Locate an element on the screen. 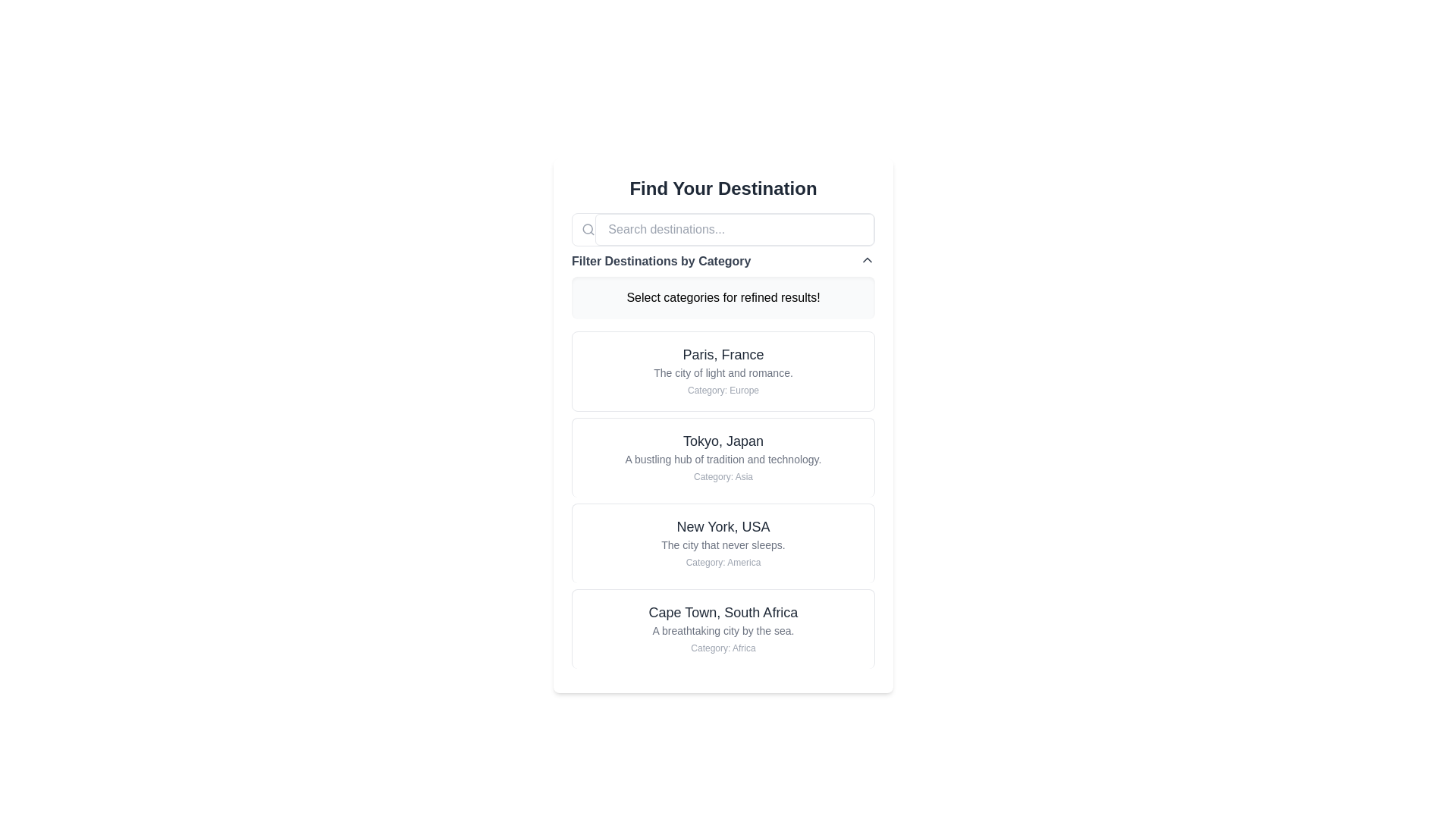 Image resolution: width=1456 pixels, height=819 pixels. the text element that reads 'The city of light and romance.' styled in a small gray font, which is located below the title 'Paris, France' is located at coordinates (723, 373).